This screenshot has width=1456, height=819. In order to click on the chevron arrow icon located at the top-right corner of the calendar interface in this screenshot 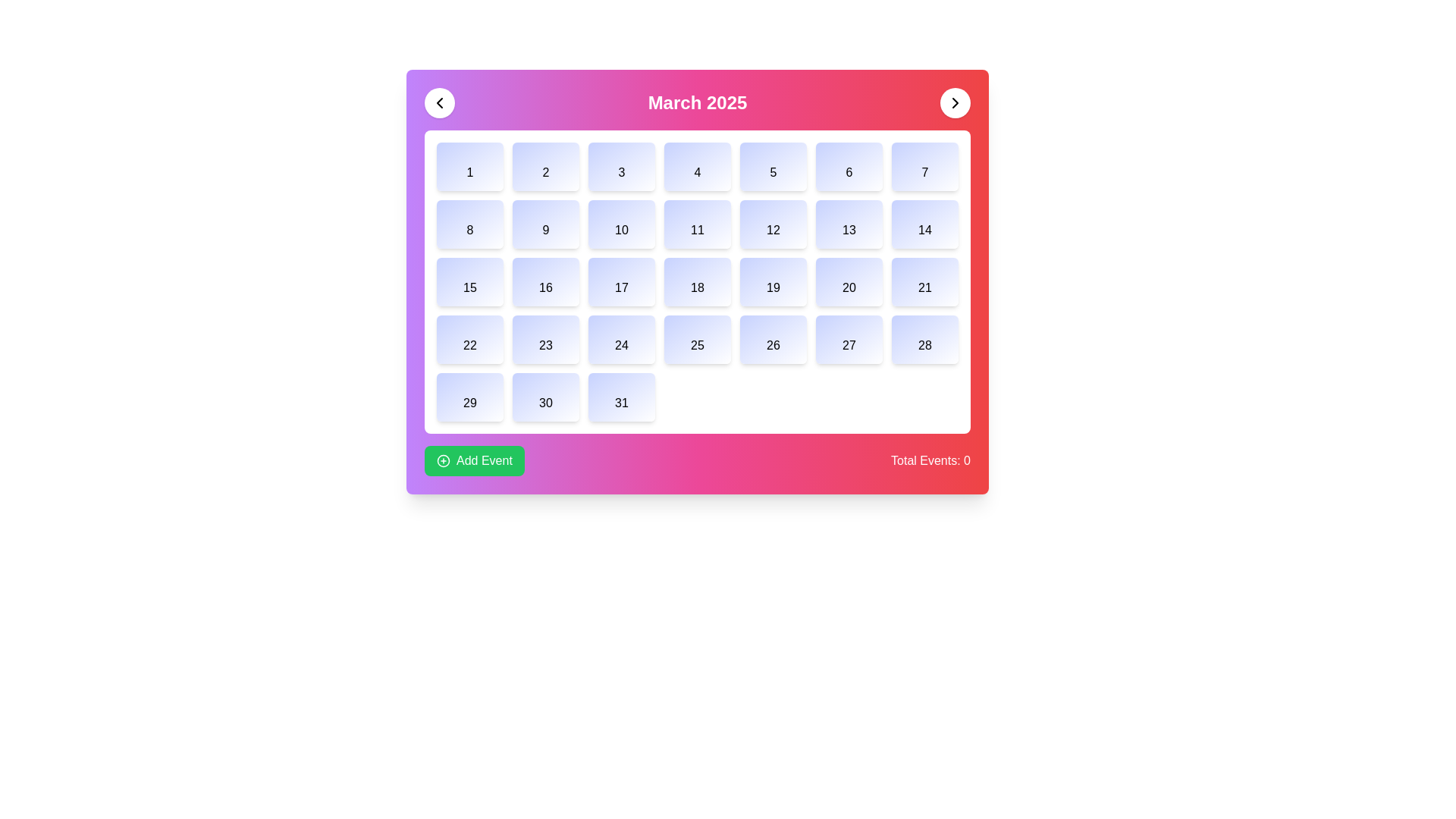, I will do `click(954, 102)`.